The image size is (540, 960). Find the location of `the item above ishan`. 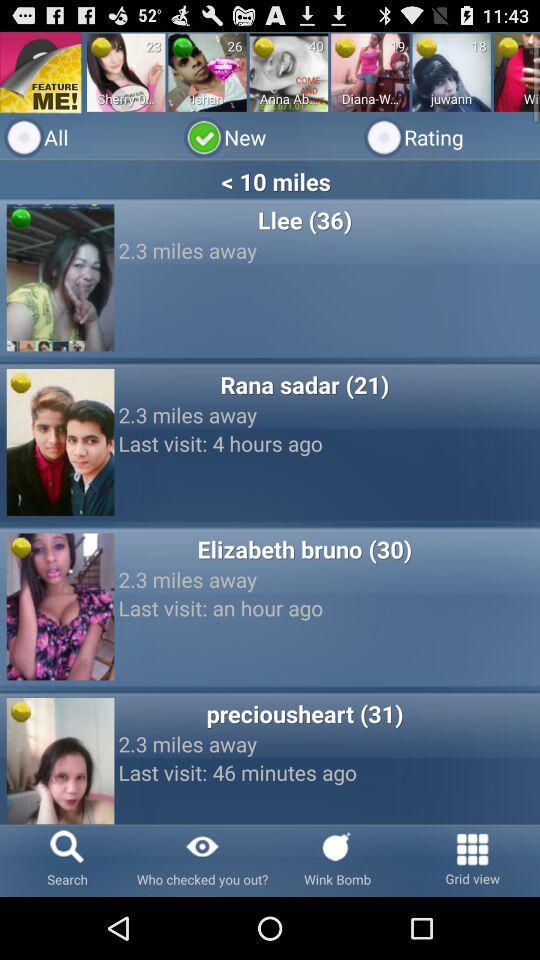

the item above ishan is located at coordinates (182, 46).